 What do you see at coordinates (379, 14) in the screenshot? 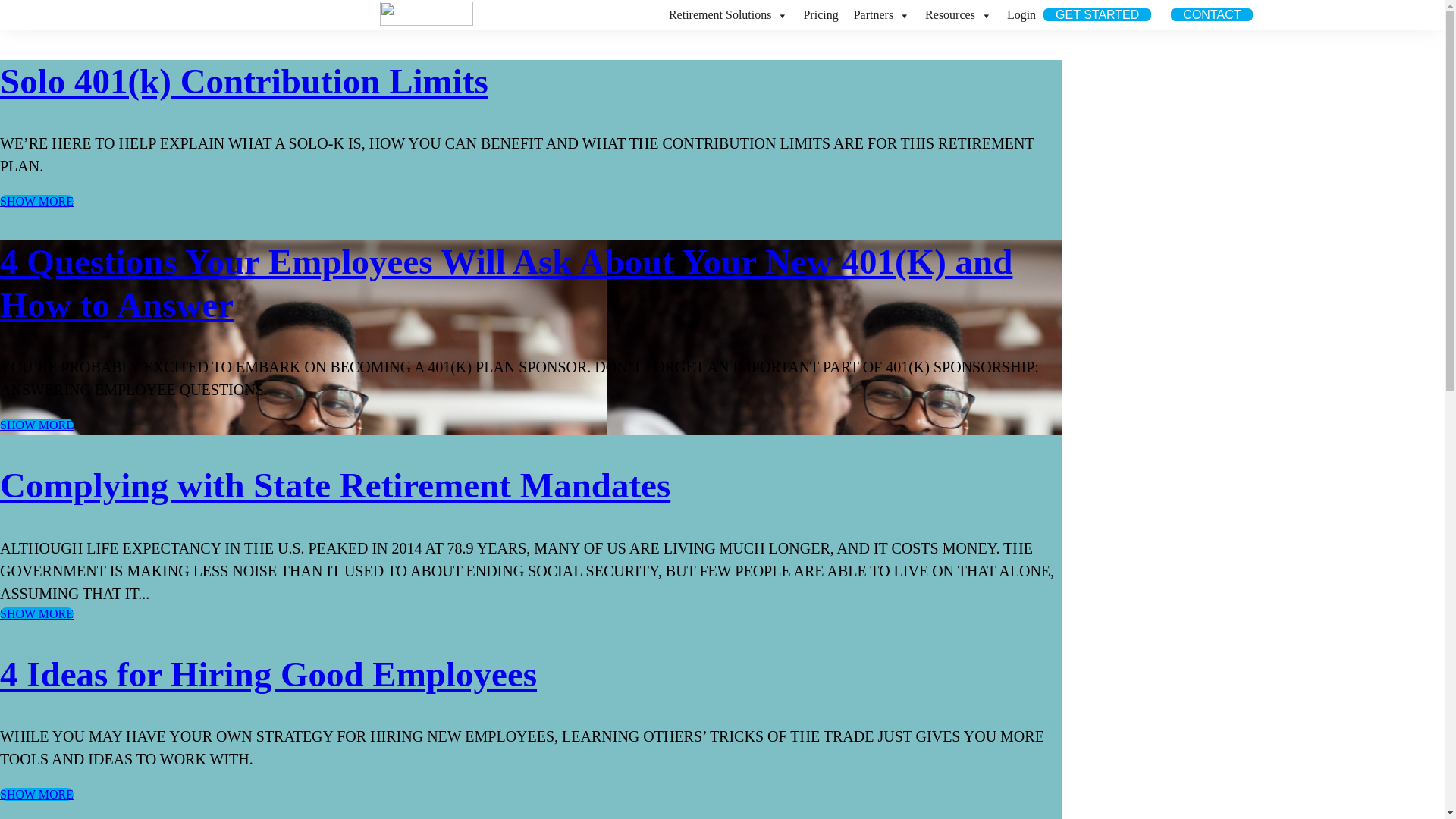
I see `'Isolation_Mode'` at bounding box center [379, 14].